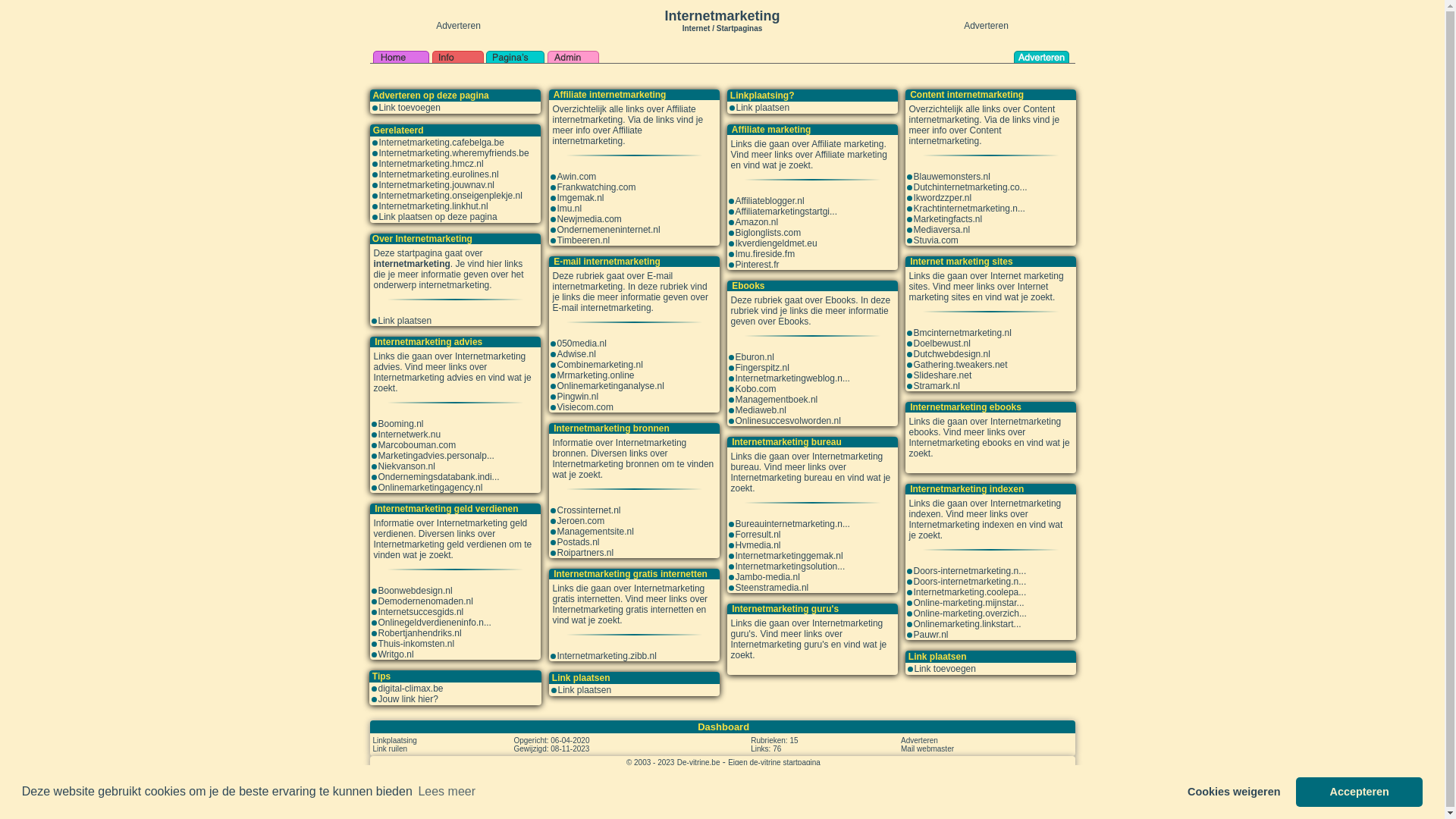 This screenshot has height=819, width=1456. I want to click on 'Ondernemingsdatabank.indi...', so click(437, 475).